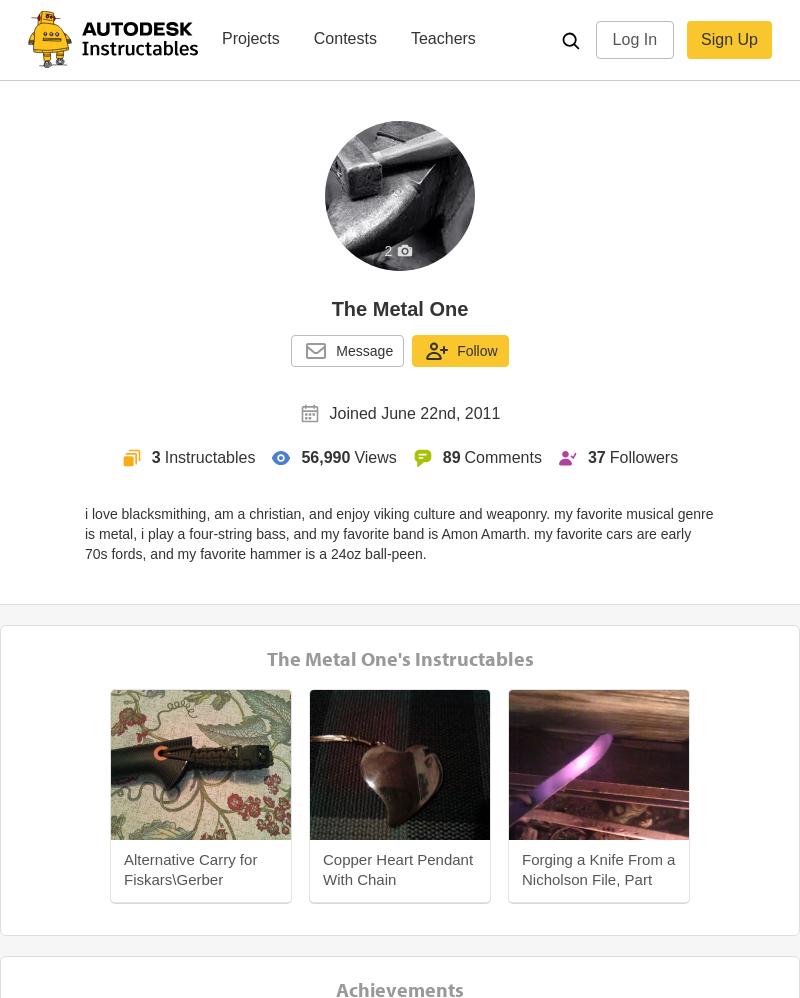 The width and height of the screenshot is (800, 998). What do you see at coordinates (597, 878) in the screenshot?
I see `'Forging a Knife From a Nicholson File, Part One'` at bounding box center [597, 878].